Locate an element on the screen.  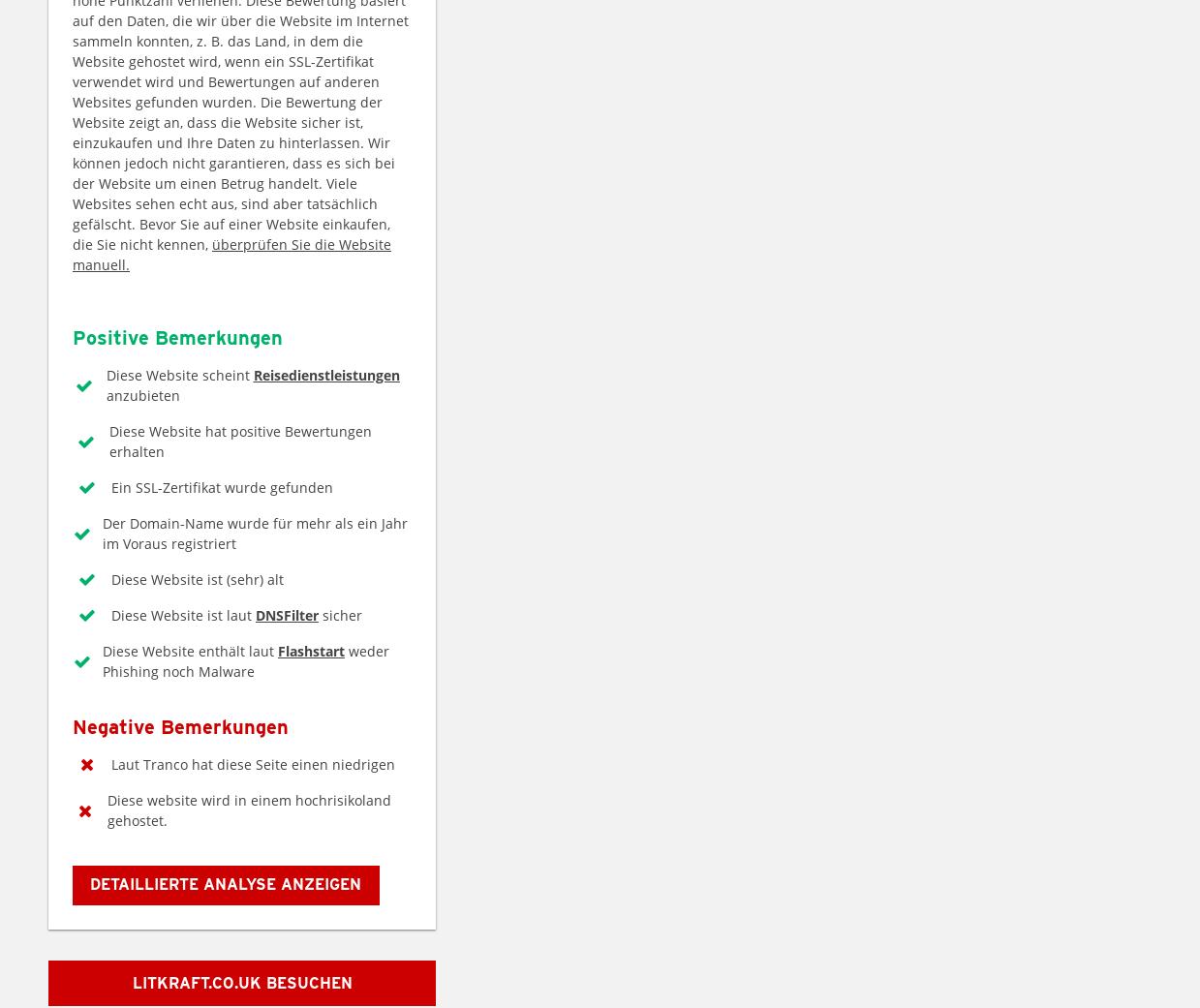
'Diese Website scheint' is located at coordinates (177, 374).